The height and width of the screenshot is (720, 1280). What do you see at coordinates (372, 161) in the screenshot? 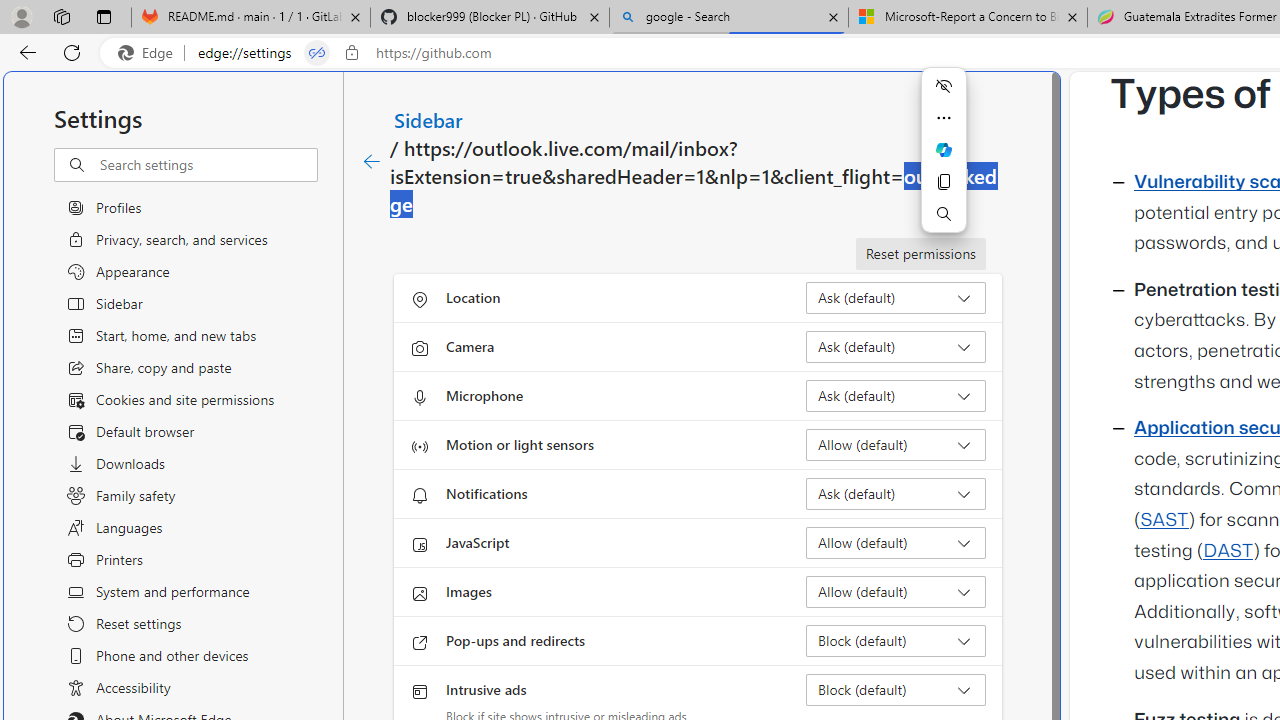
I see `'Go back to Sidebar page.'` at bounding box center [372, 161].